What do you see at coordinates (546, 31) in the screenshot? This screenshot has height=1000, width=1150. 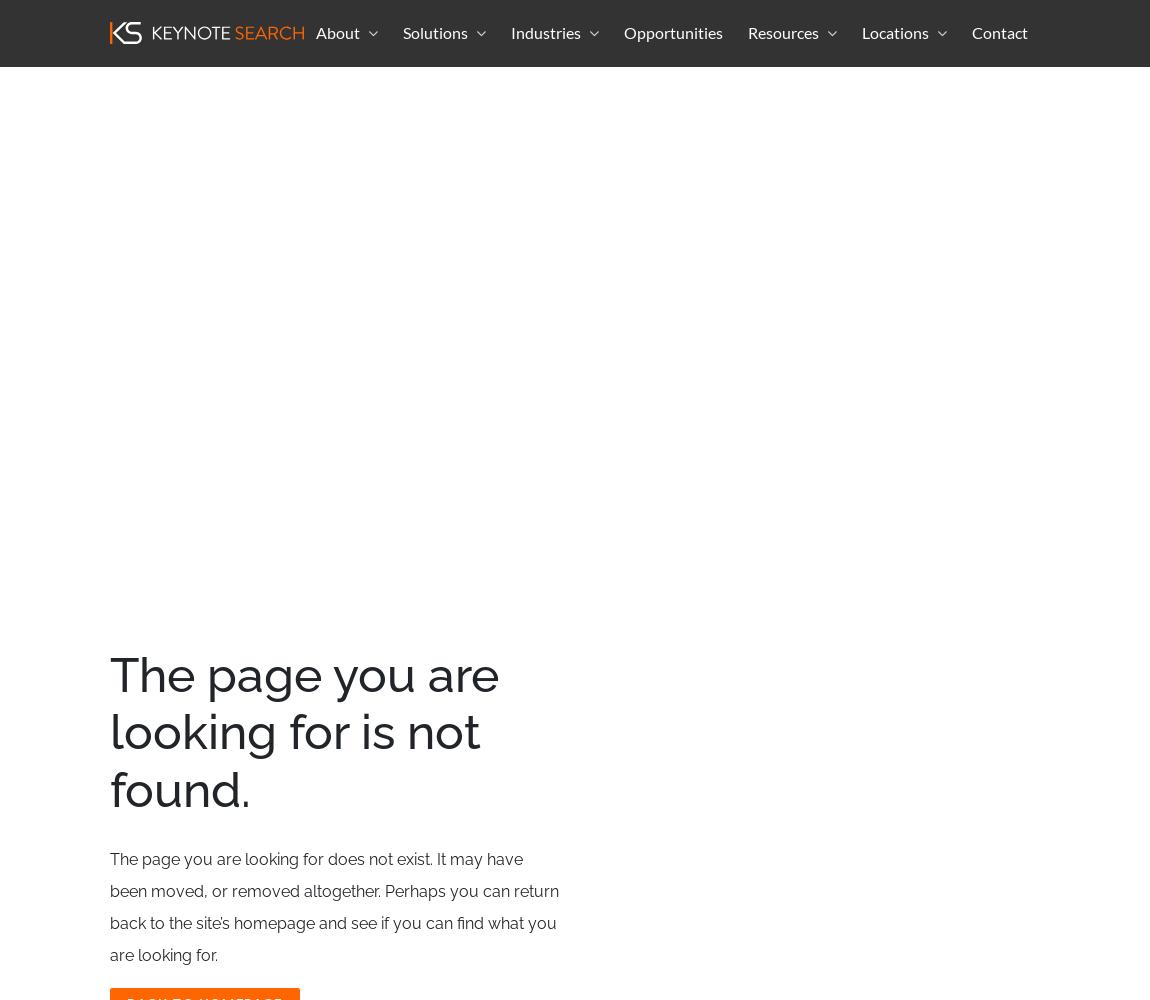 I see `'Industries'` at bounding box center [546, 31].